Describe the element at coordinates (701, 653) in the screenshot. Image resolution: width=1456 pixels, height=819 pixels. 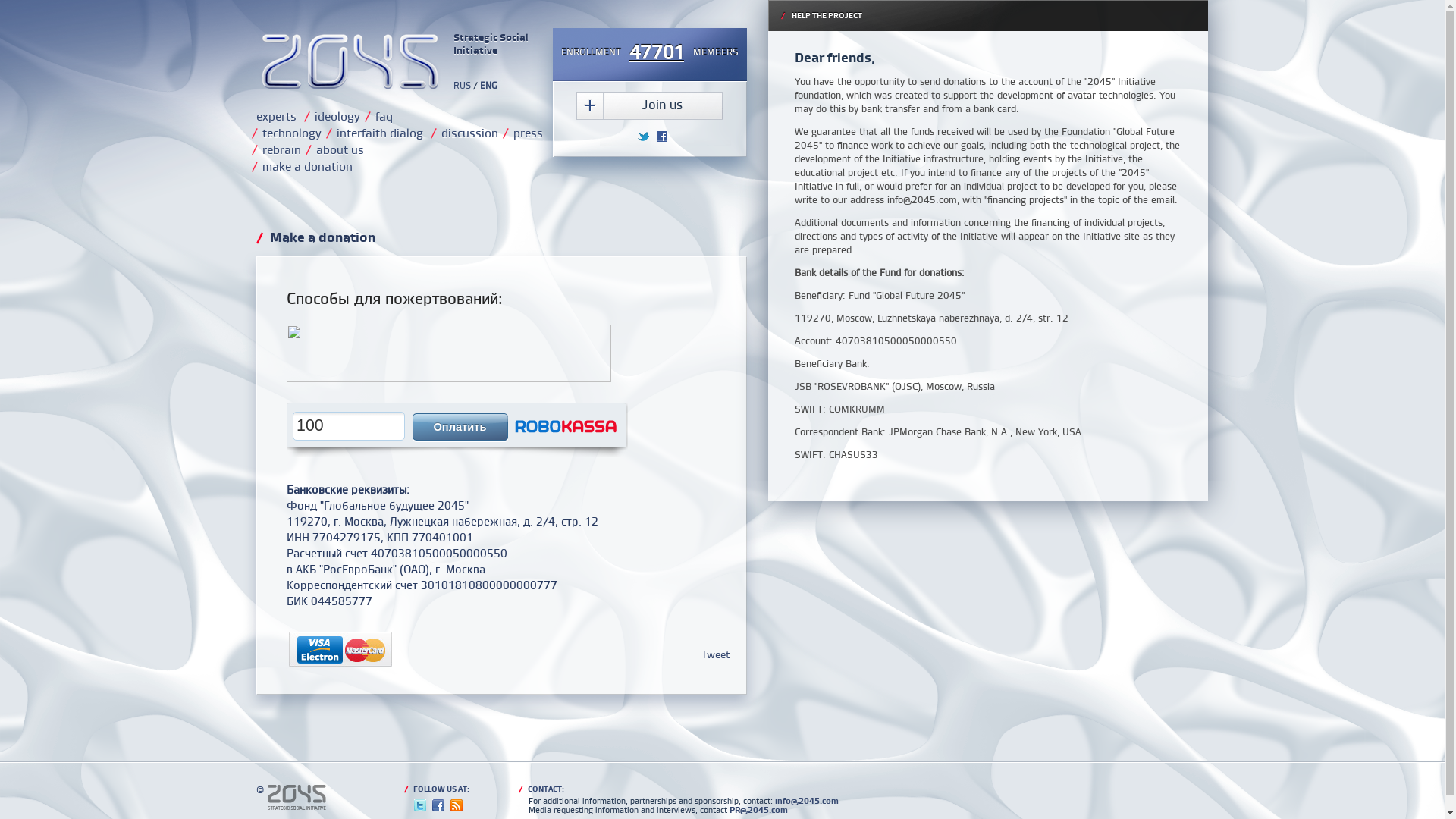
I see `'Tweet'` at that location.